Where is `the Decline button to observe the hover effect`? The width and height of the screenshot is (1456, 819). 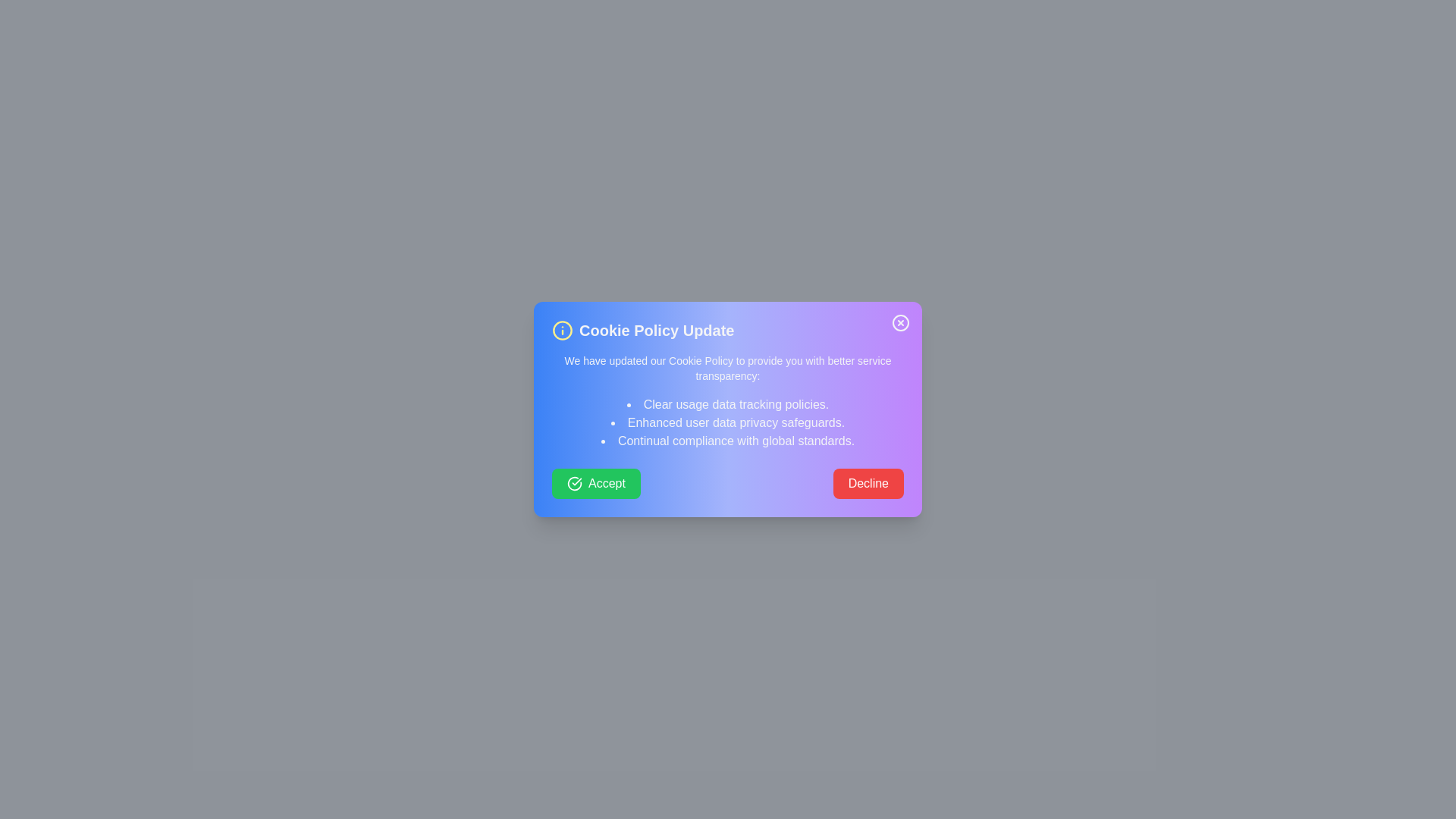 the Decline button to observe the hover effect is located at coordinates (868, 483).